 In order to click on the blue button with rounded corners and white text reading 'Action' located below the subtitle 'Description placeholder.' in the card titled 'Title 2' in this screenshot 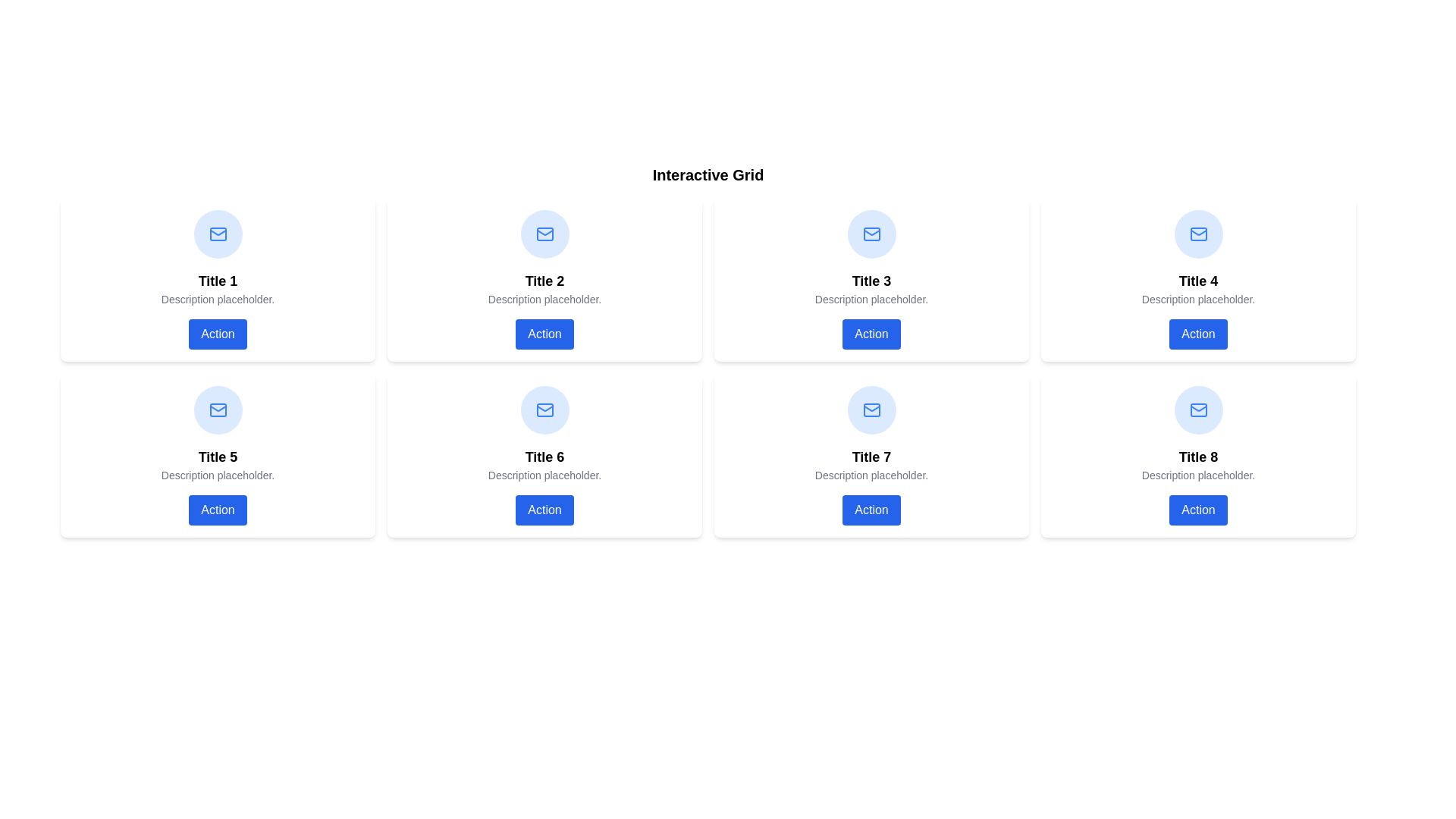, I will do `click(544, 333)`.